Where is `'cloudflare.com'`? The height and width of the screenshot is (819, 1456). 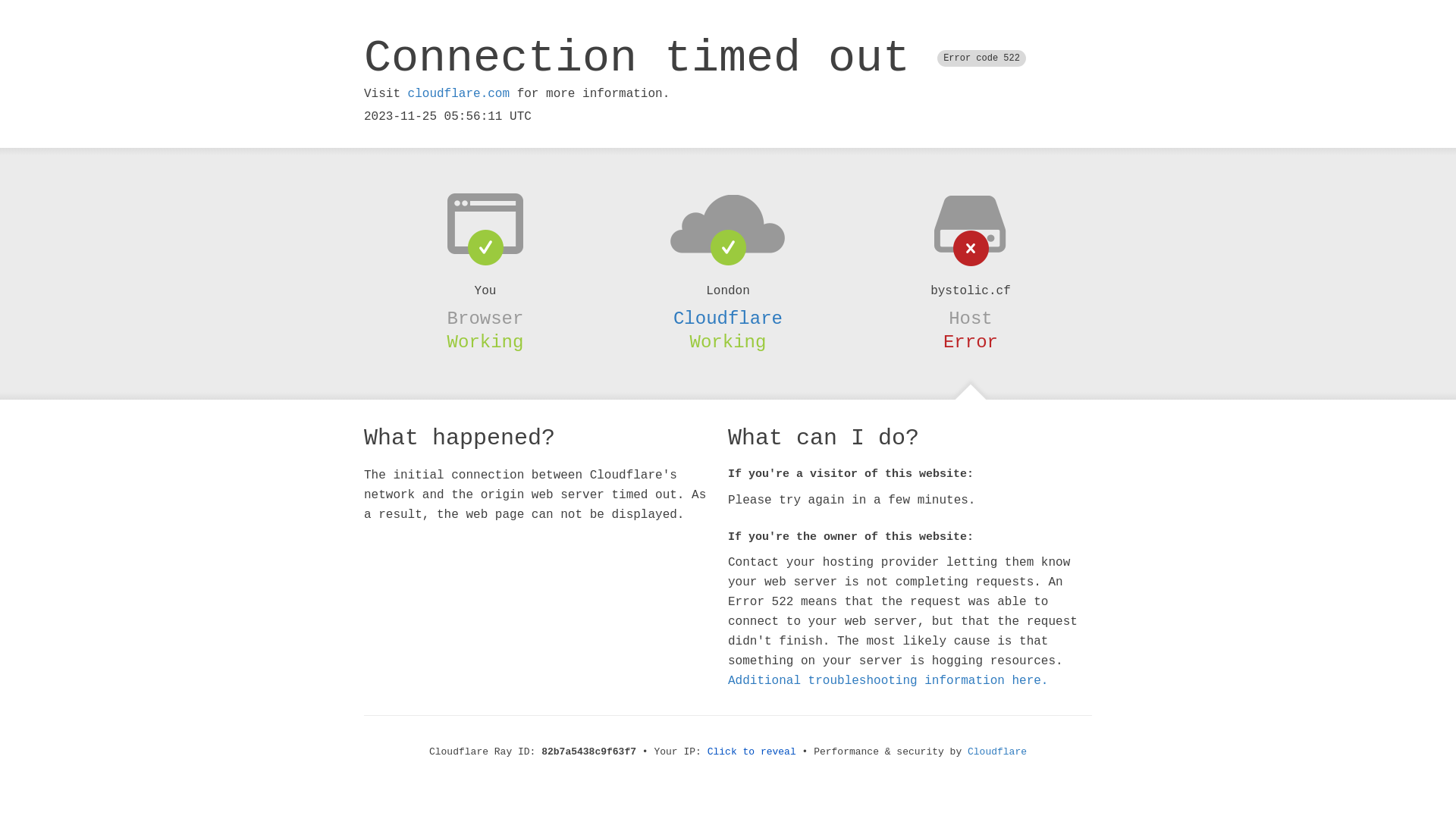
'cloudflare.com' is located at coordinates (457, 93).